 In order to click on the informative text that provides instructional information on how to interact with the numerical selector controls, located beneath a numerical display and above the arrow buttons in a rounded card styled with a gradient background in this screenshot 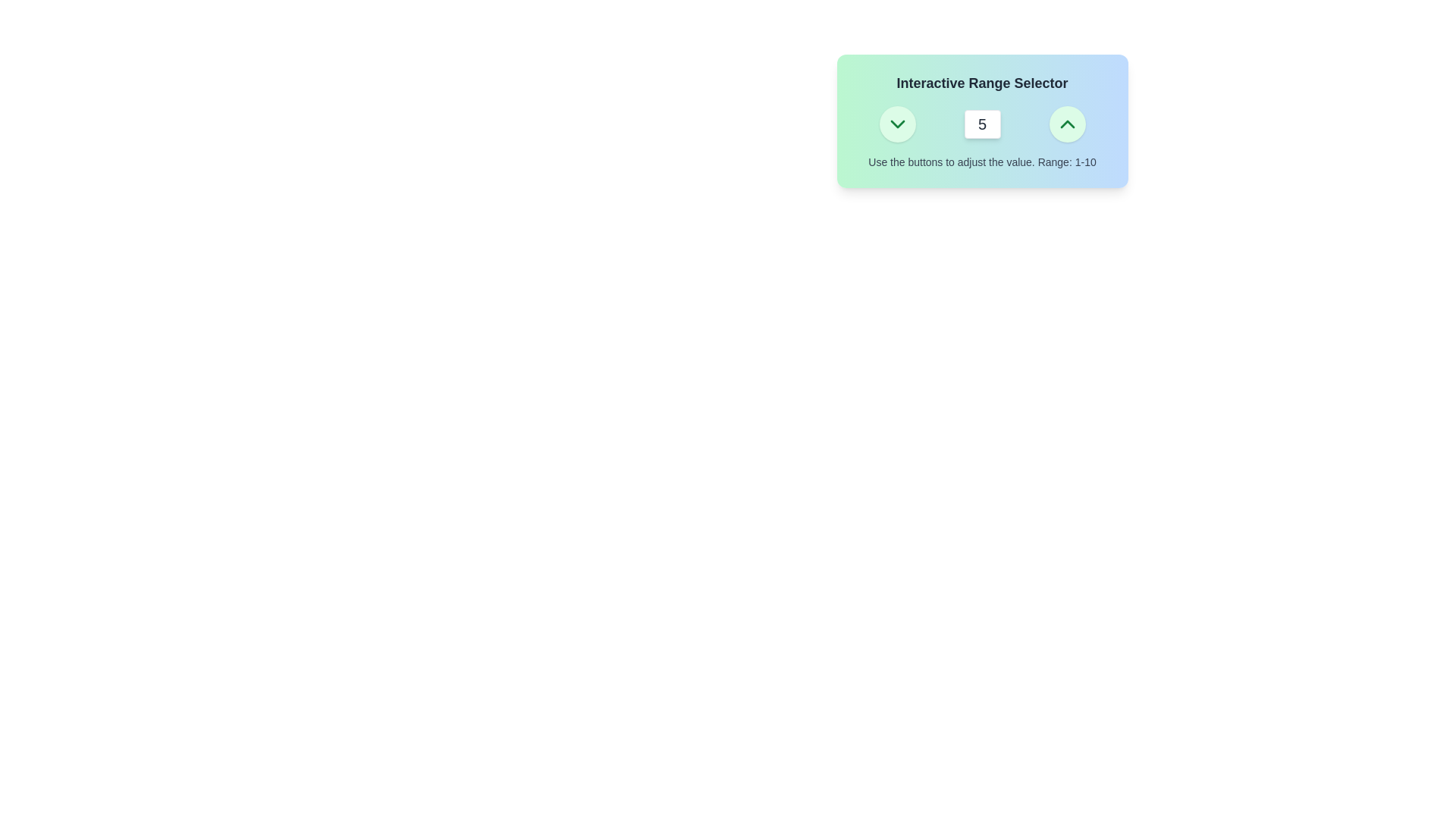, I will do `click(982, 162)`.